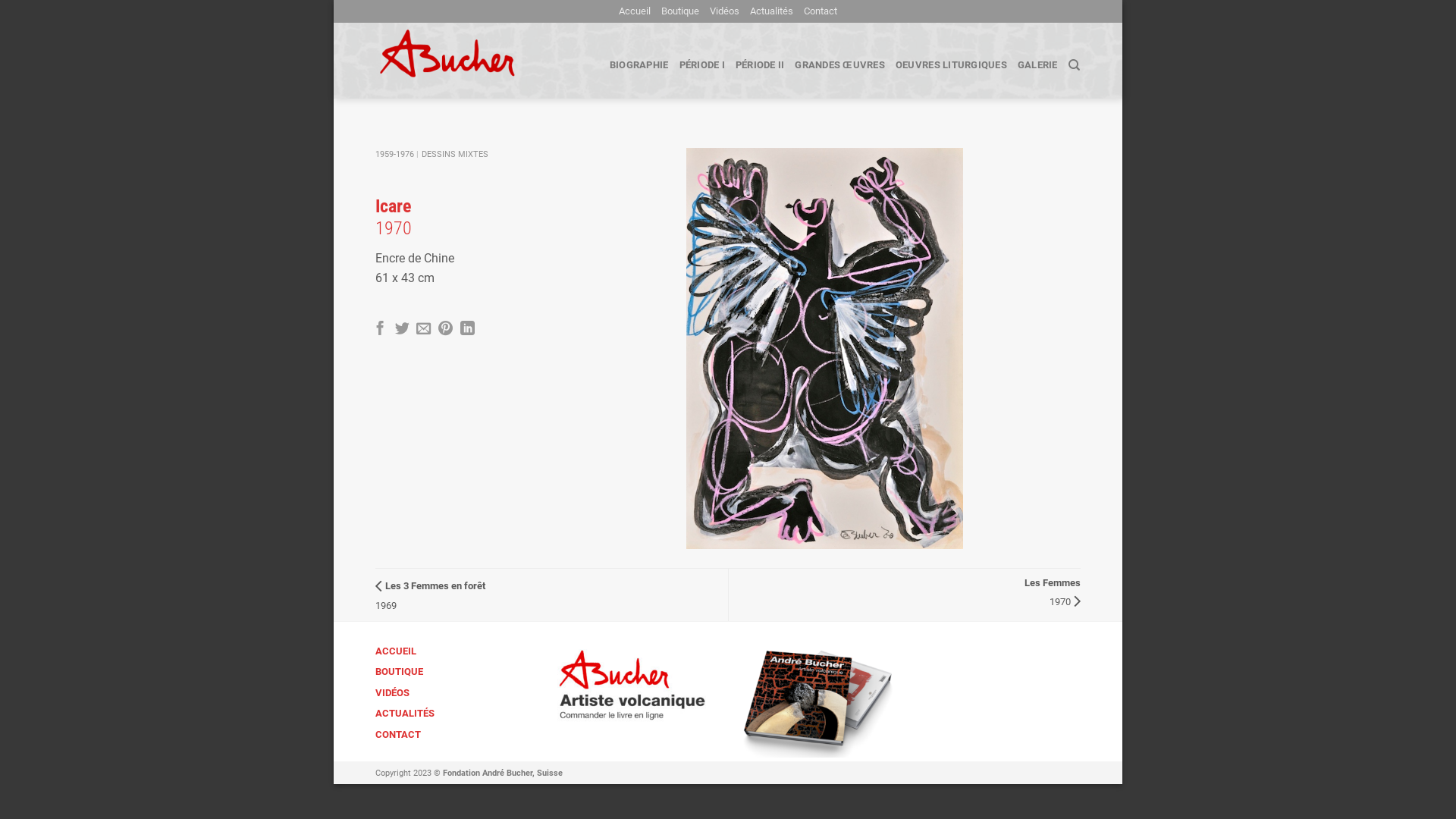  I want to click on 'Share on LinkedIn', so click(466, 328).